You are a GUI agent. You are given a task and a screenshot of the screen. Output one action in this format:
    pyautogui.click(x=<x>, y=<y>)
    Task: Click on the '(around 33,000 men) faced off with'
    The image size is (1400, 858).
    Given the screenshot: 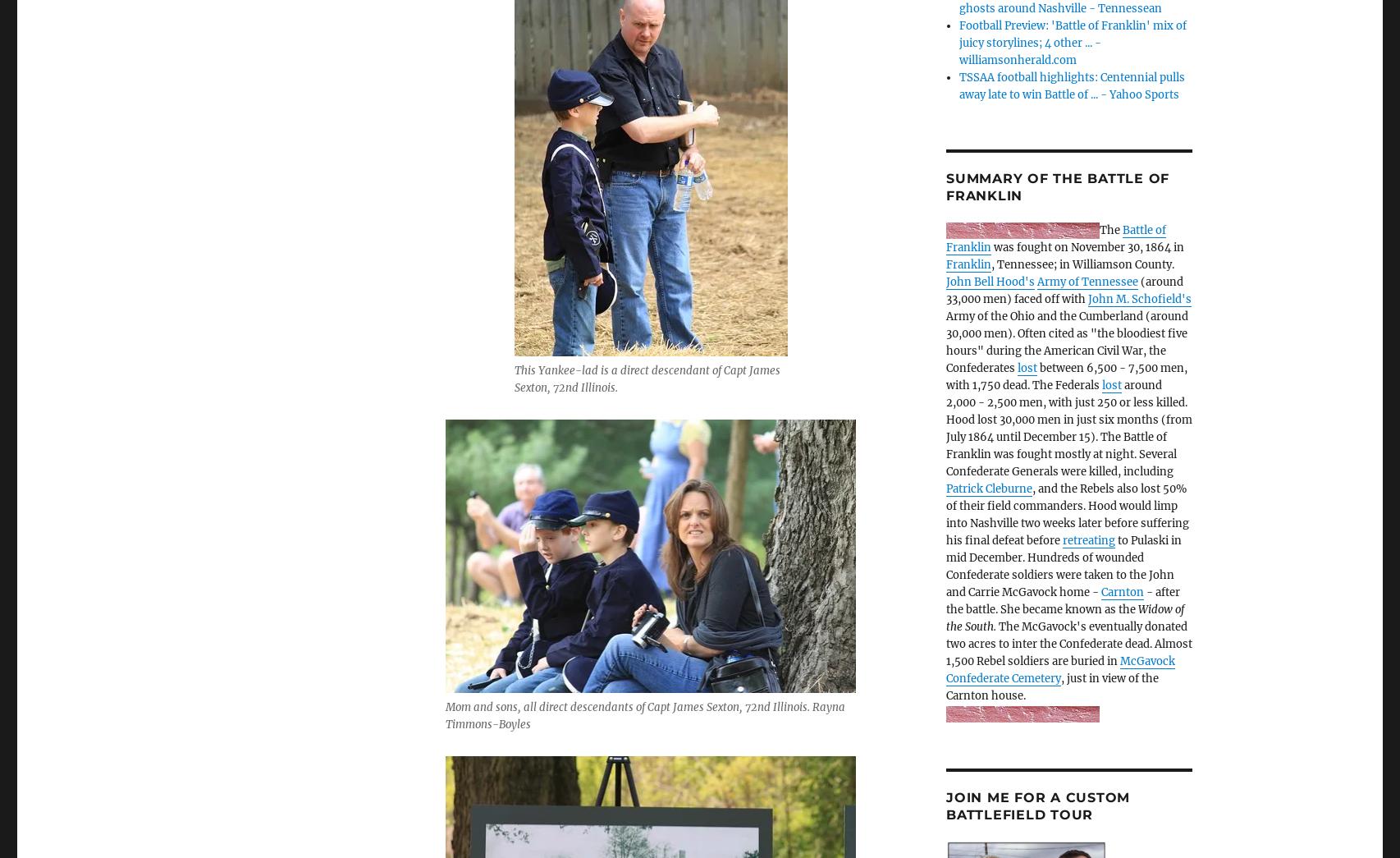 What is the action you would take?
    pyautogui.click(x=1064, y=290)
    